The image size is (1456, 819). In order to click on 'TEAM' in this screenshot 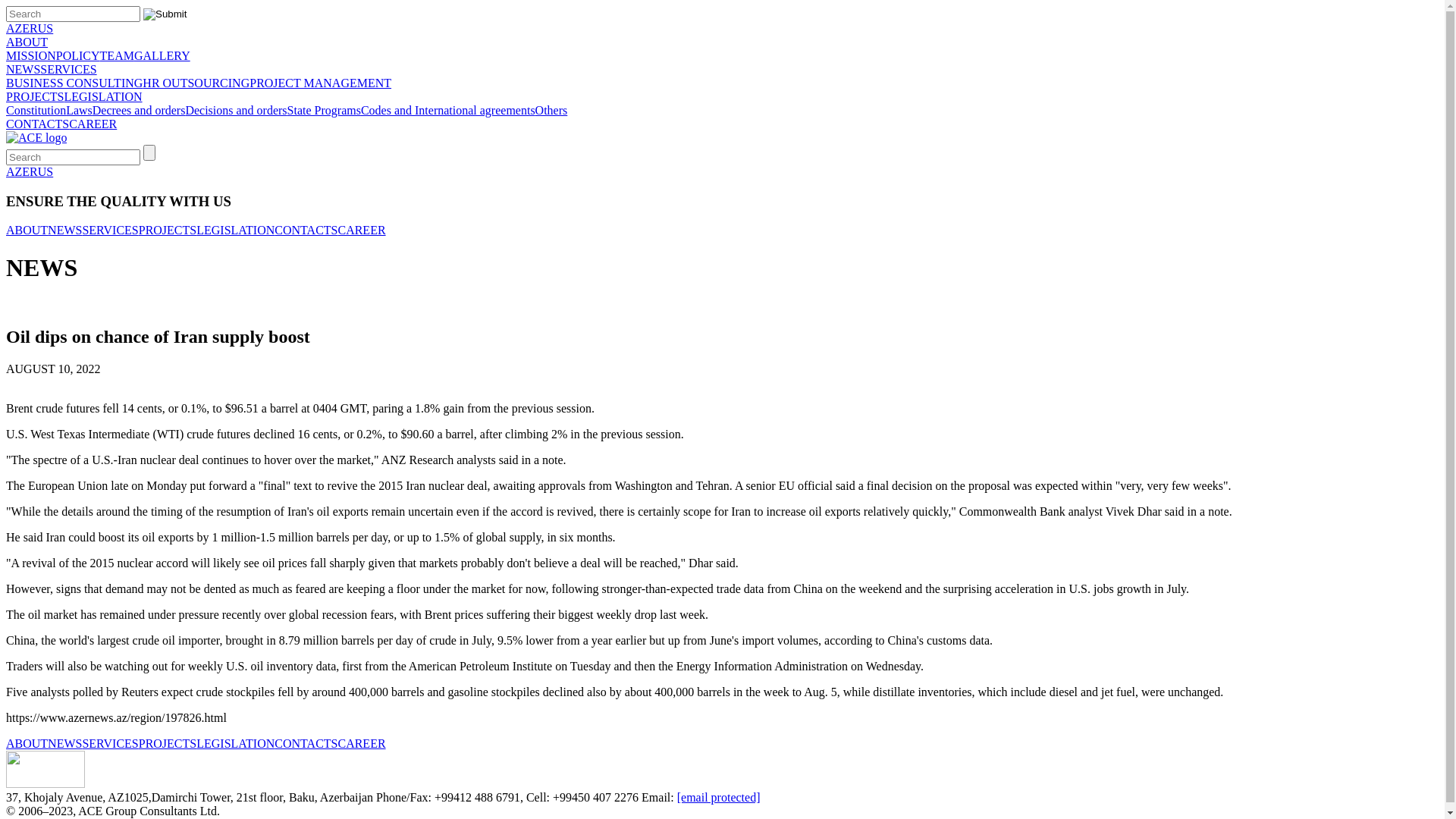, I will do `click(116, 55)`.